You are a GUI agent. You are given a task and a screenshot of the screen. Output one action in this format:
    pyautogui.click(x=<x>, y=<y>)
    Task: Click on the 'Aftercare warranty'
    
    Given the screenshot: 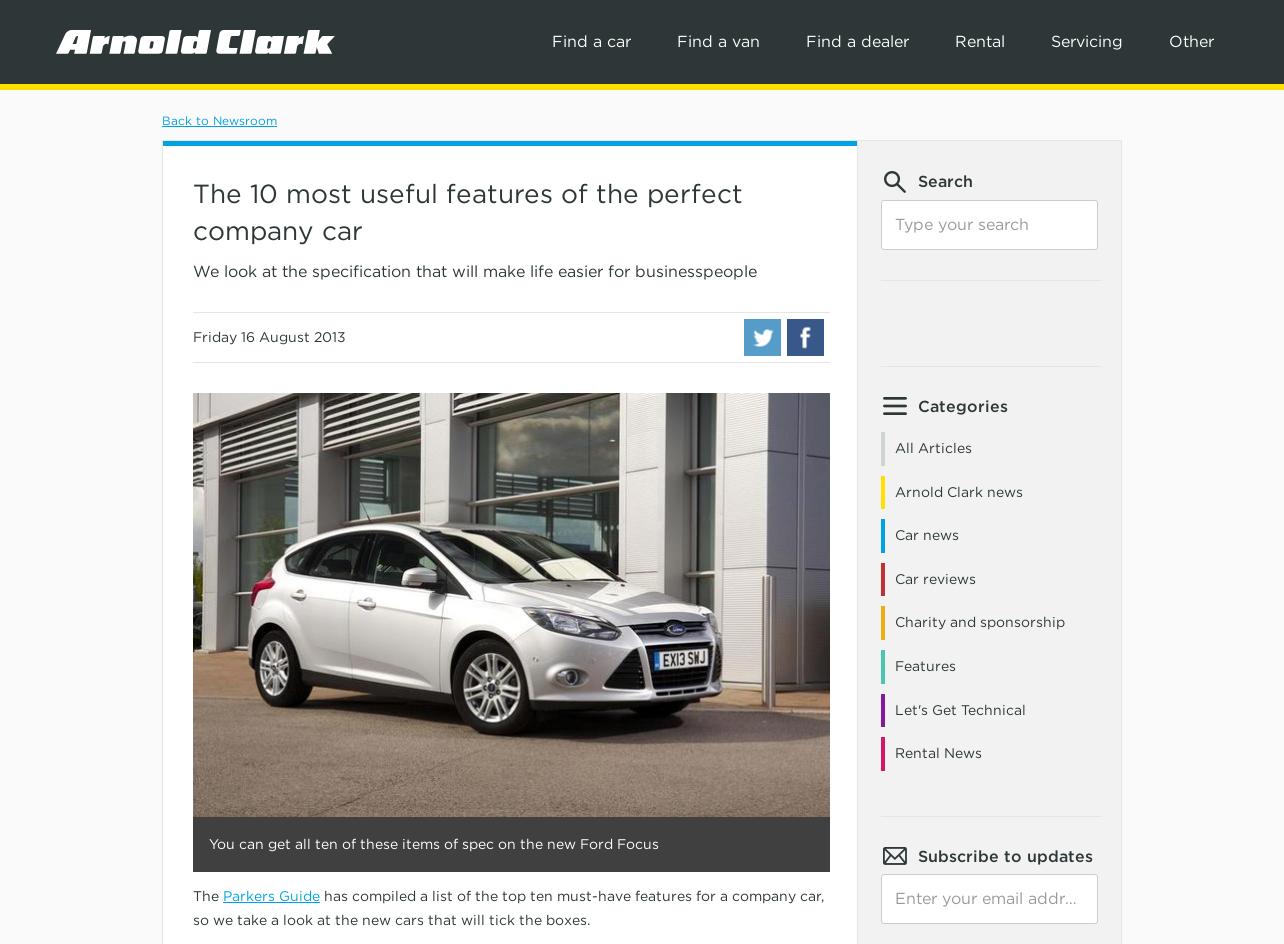 What is the action you would take?
    pyautogui.click(x=765, y=249)
    